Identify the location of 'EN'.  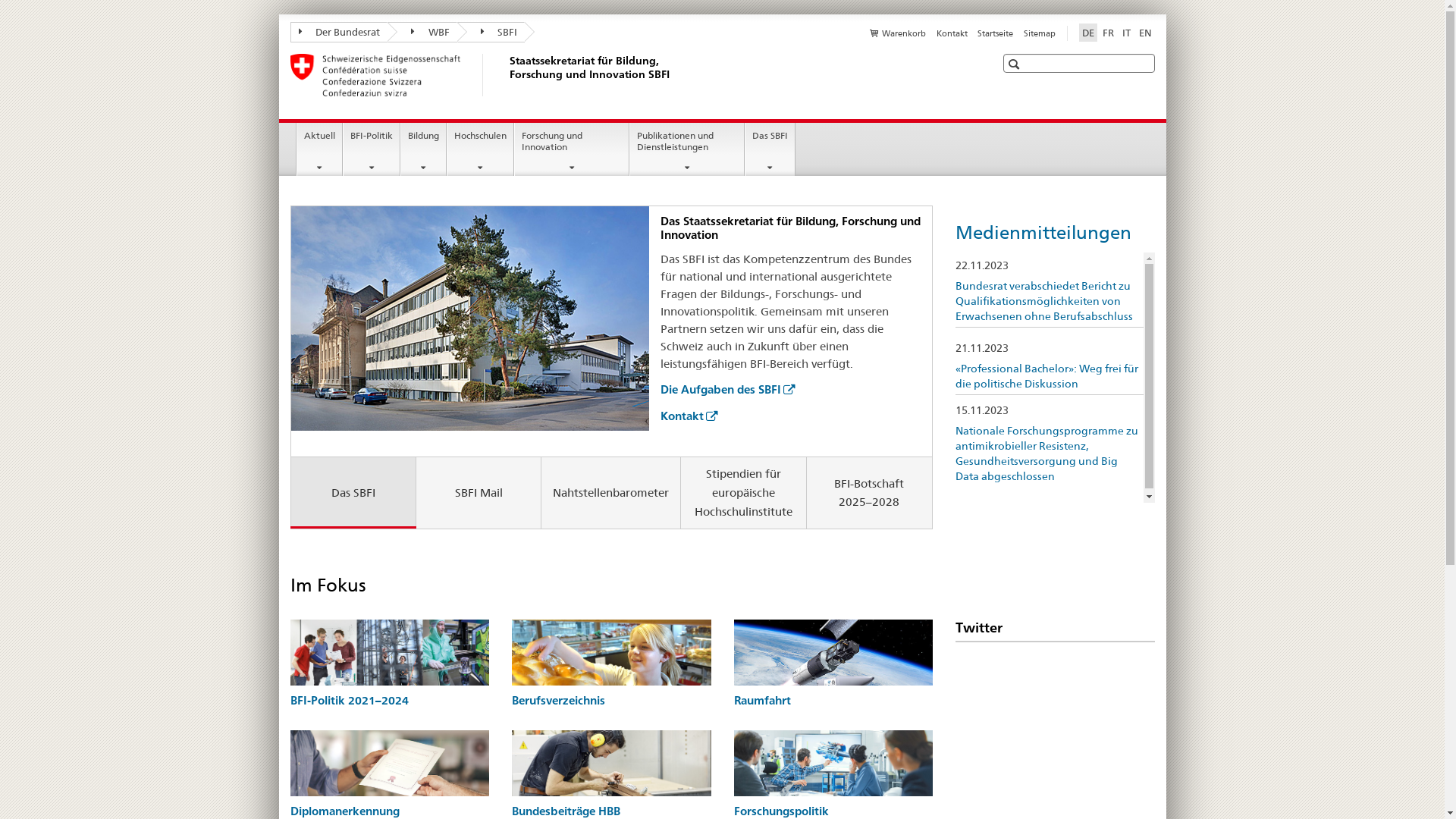
(1145, 32).